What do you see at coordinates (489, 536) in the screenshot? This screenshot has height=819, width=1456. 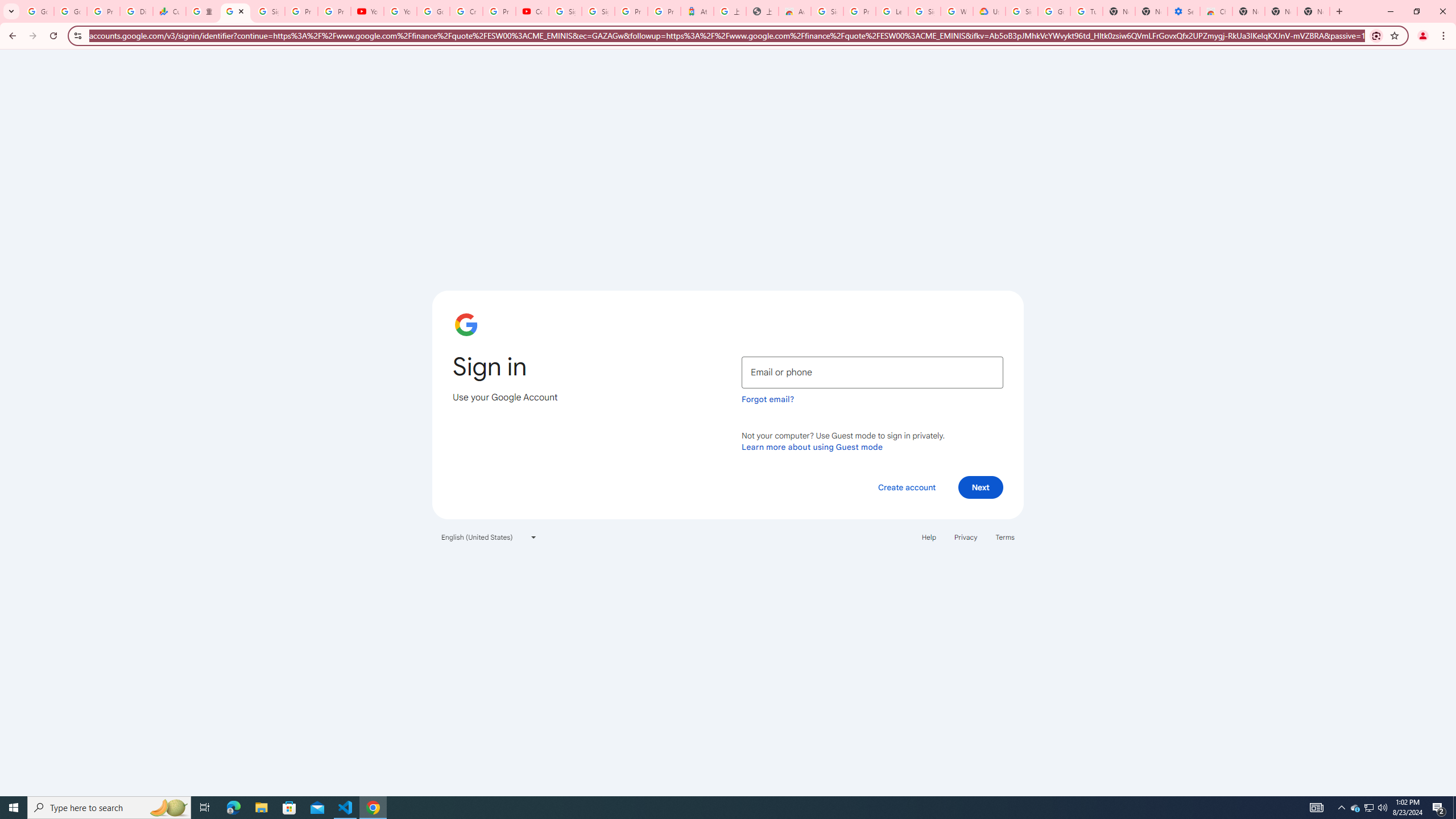 I see `'English (United States)'` at bounding box center [489, 536].